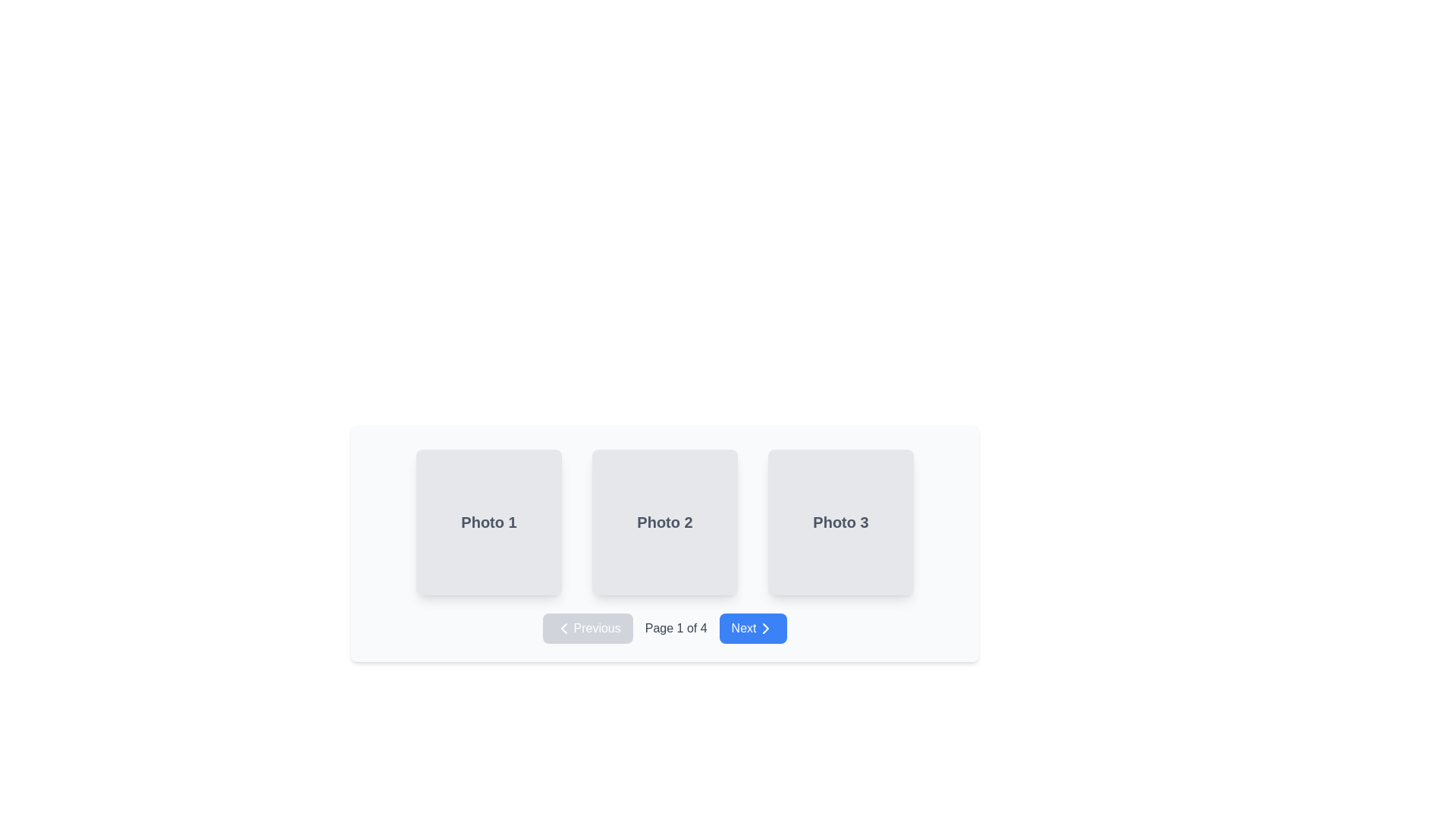 This screenshot has height=819, width=1456. I want to click on the 'Previous' button, which is a rectangular button with white text on a blue background and includes a leftward arrow icon, so click(587, 629).